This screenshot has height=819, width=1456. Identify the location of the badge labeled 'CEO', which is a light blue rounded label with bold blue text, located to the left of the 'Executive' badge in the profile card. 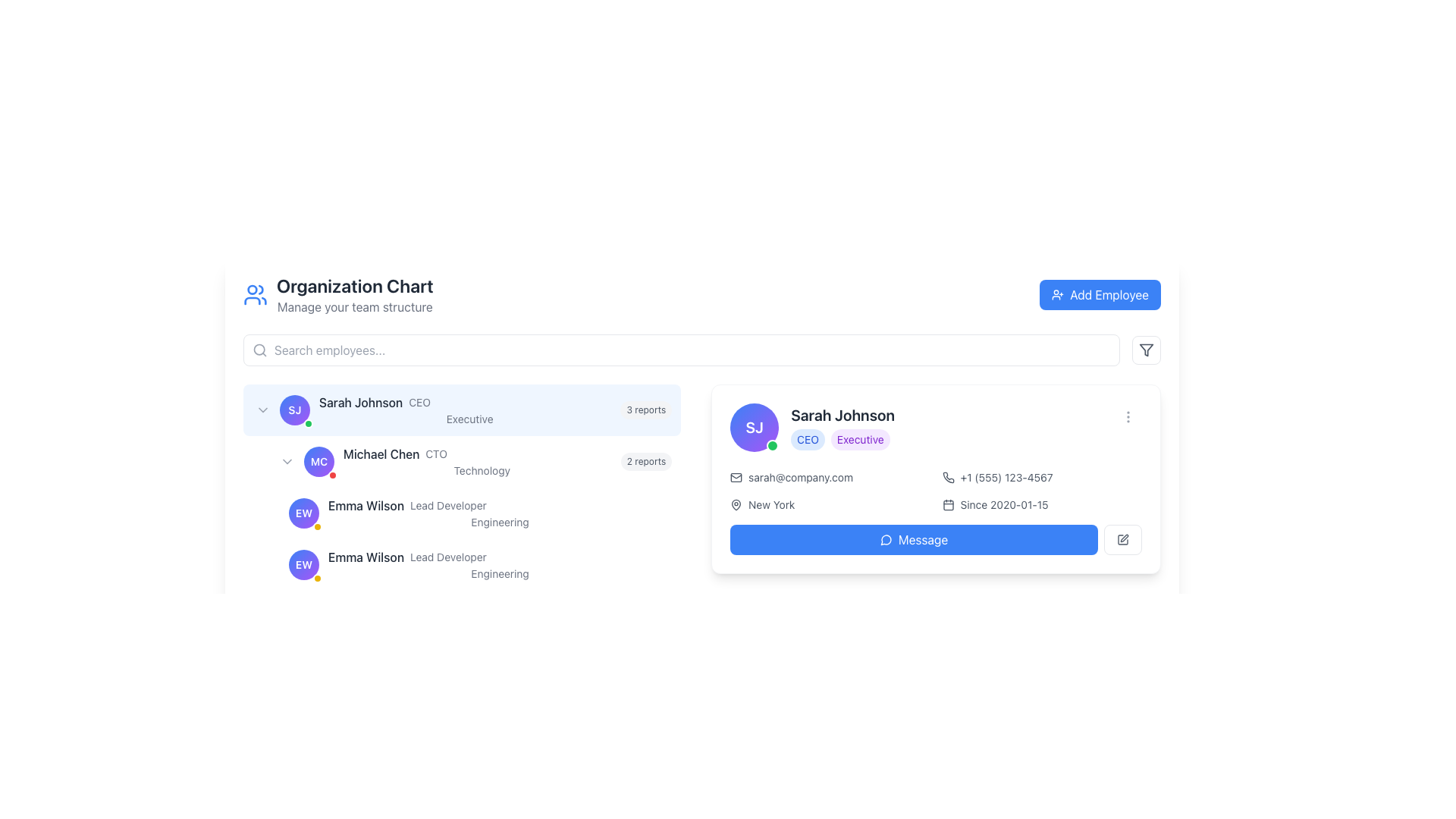
(807, 439).